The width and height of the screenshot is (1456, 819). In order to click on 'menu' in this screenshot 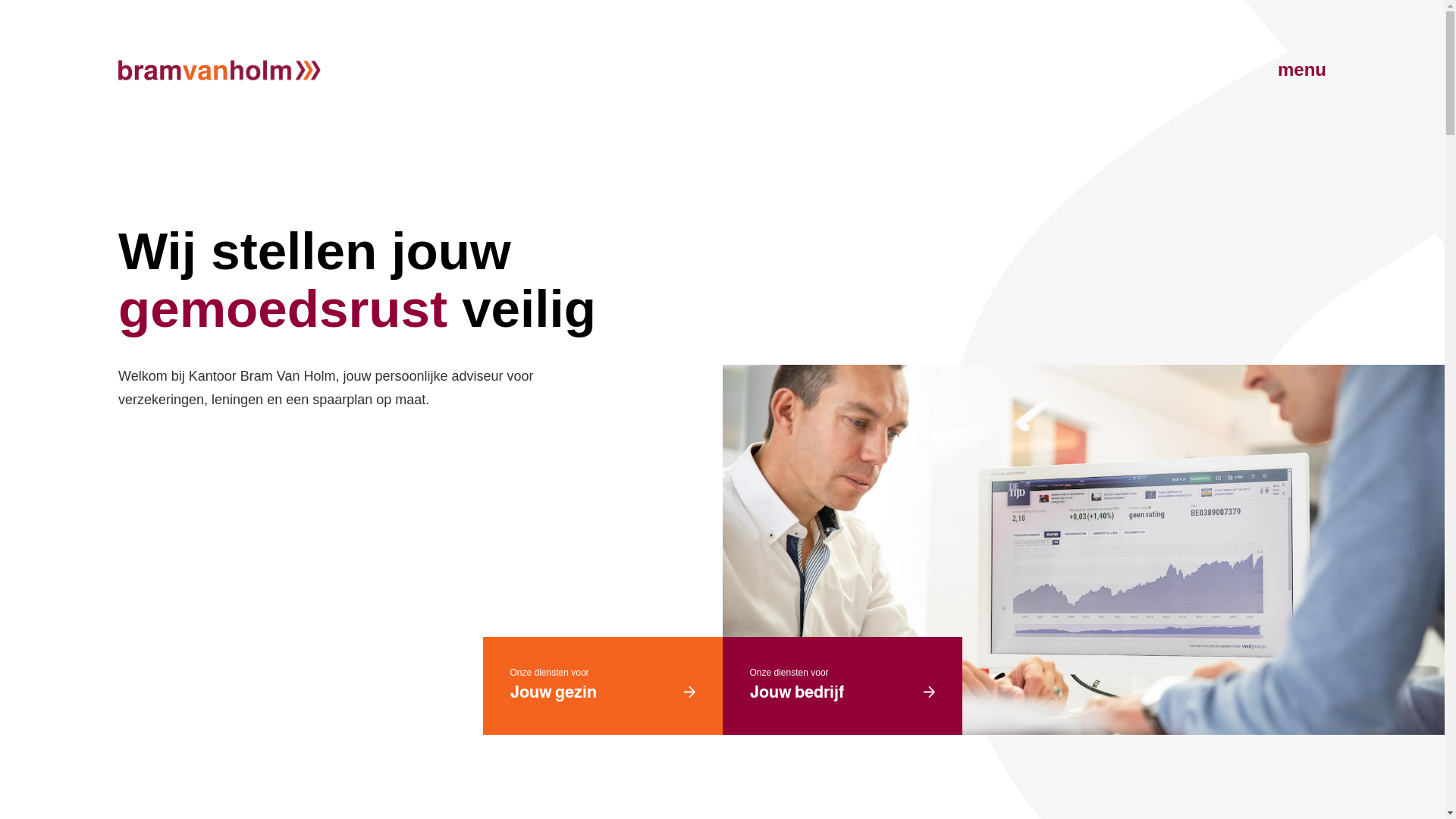, I will do `click(1267, 70)`.